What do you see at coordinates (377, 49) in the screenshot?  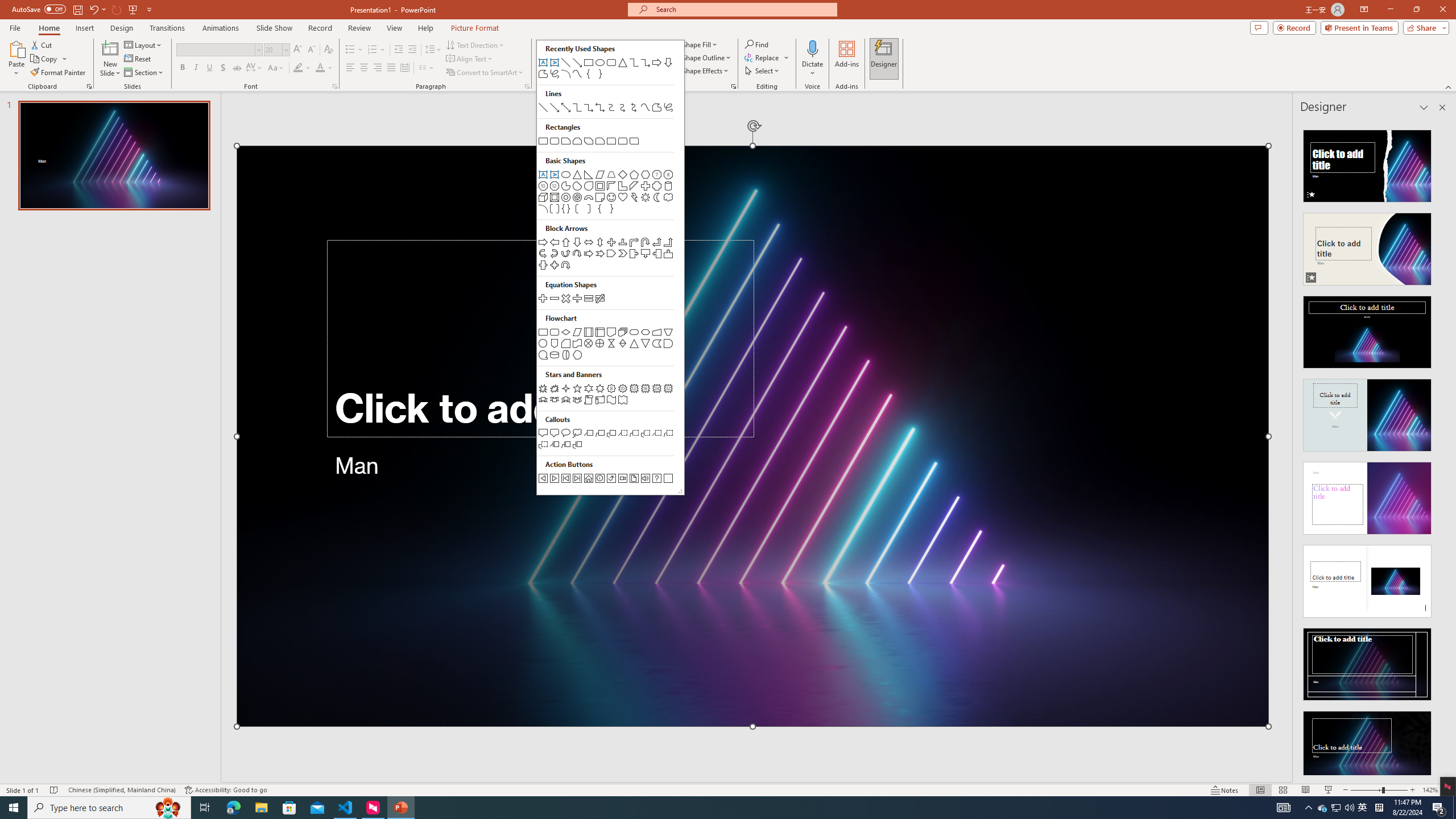 I see `'Numbering'` at bounding box center [377, 49].